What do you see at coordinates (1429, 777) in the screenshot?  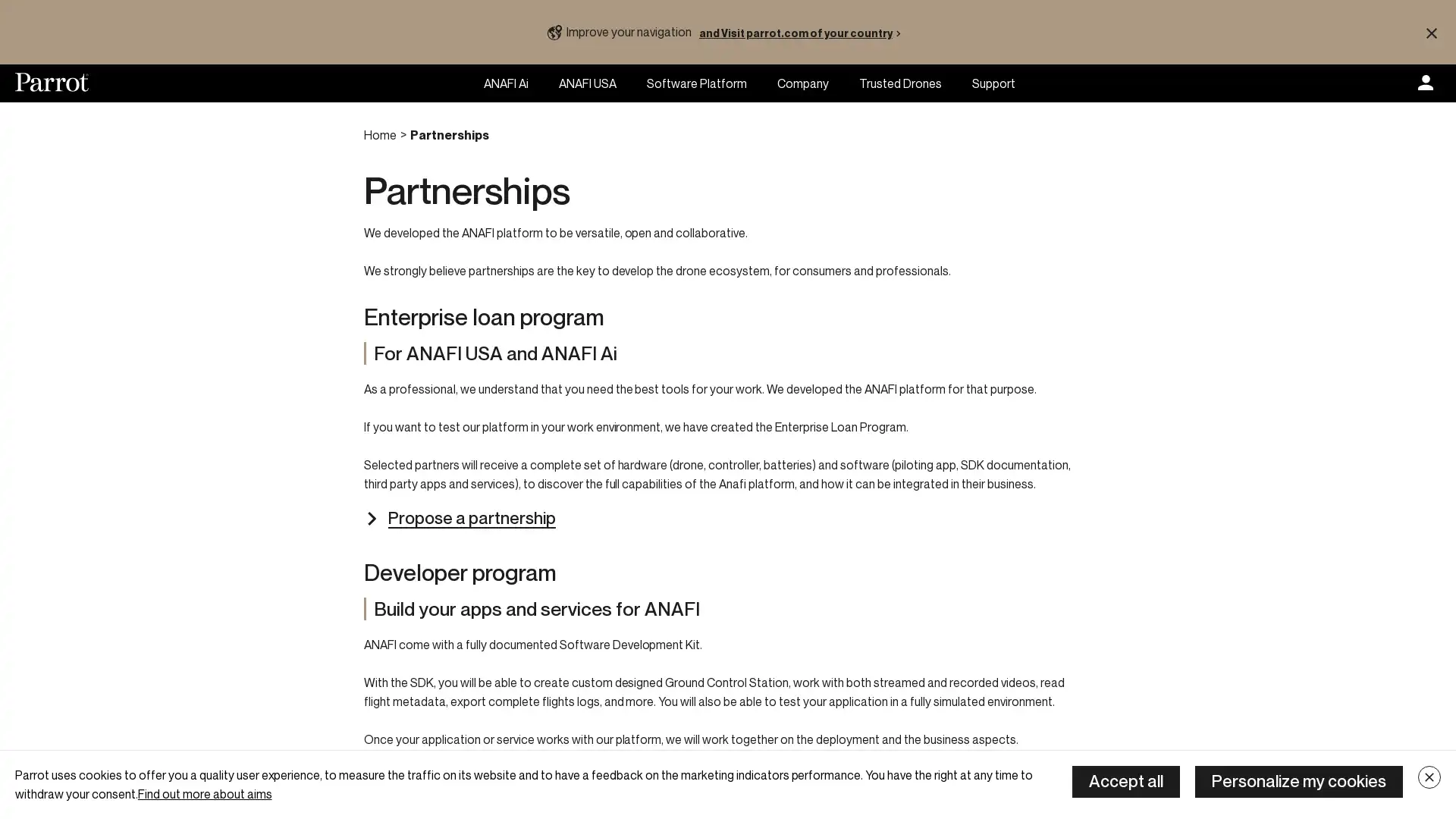 I see `close` at bounding box center [1429, 777].